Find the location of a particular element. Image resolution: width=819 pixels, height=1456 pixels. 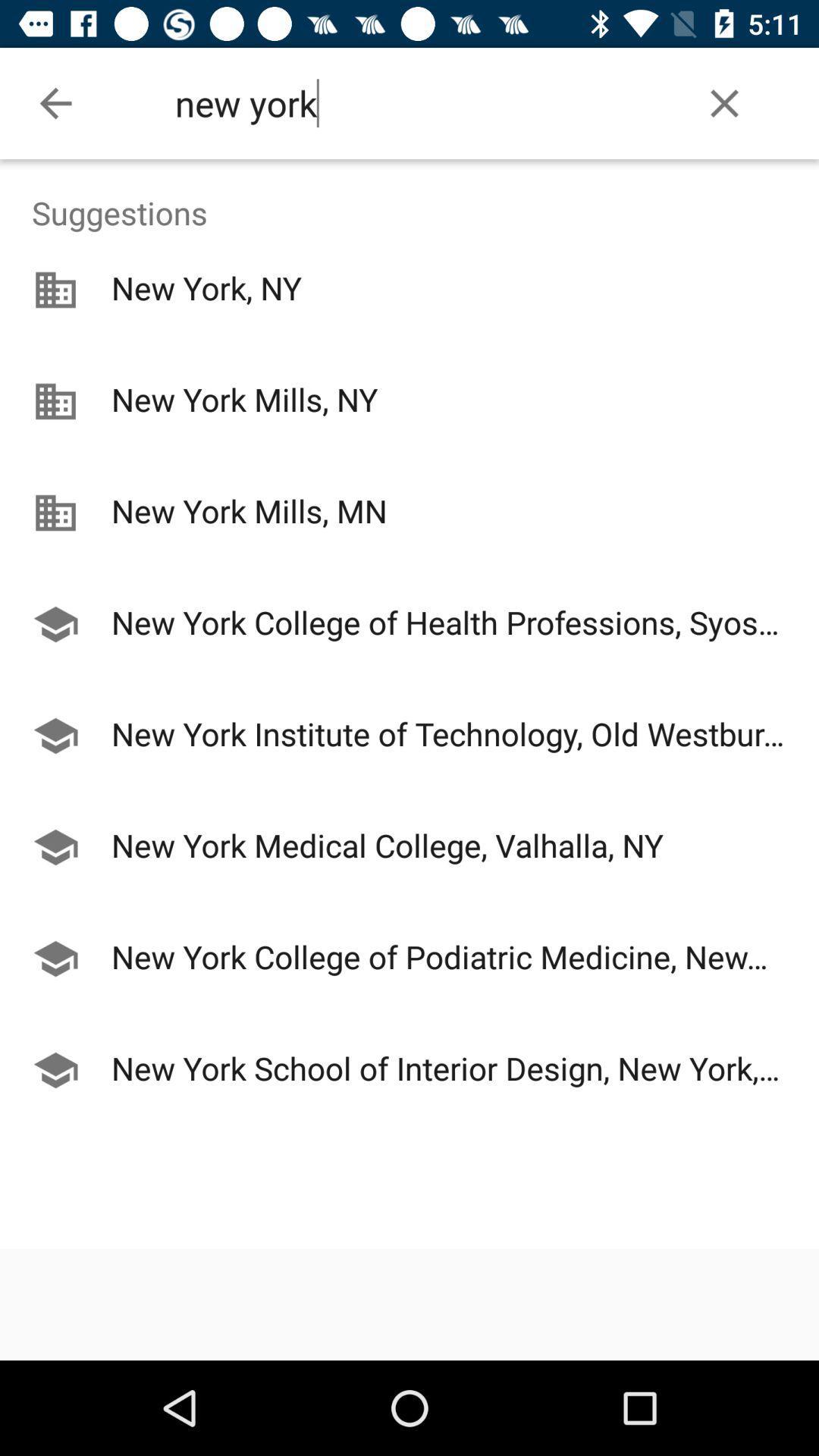

the item to the right of the new york is located at coordinates (723, 102).